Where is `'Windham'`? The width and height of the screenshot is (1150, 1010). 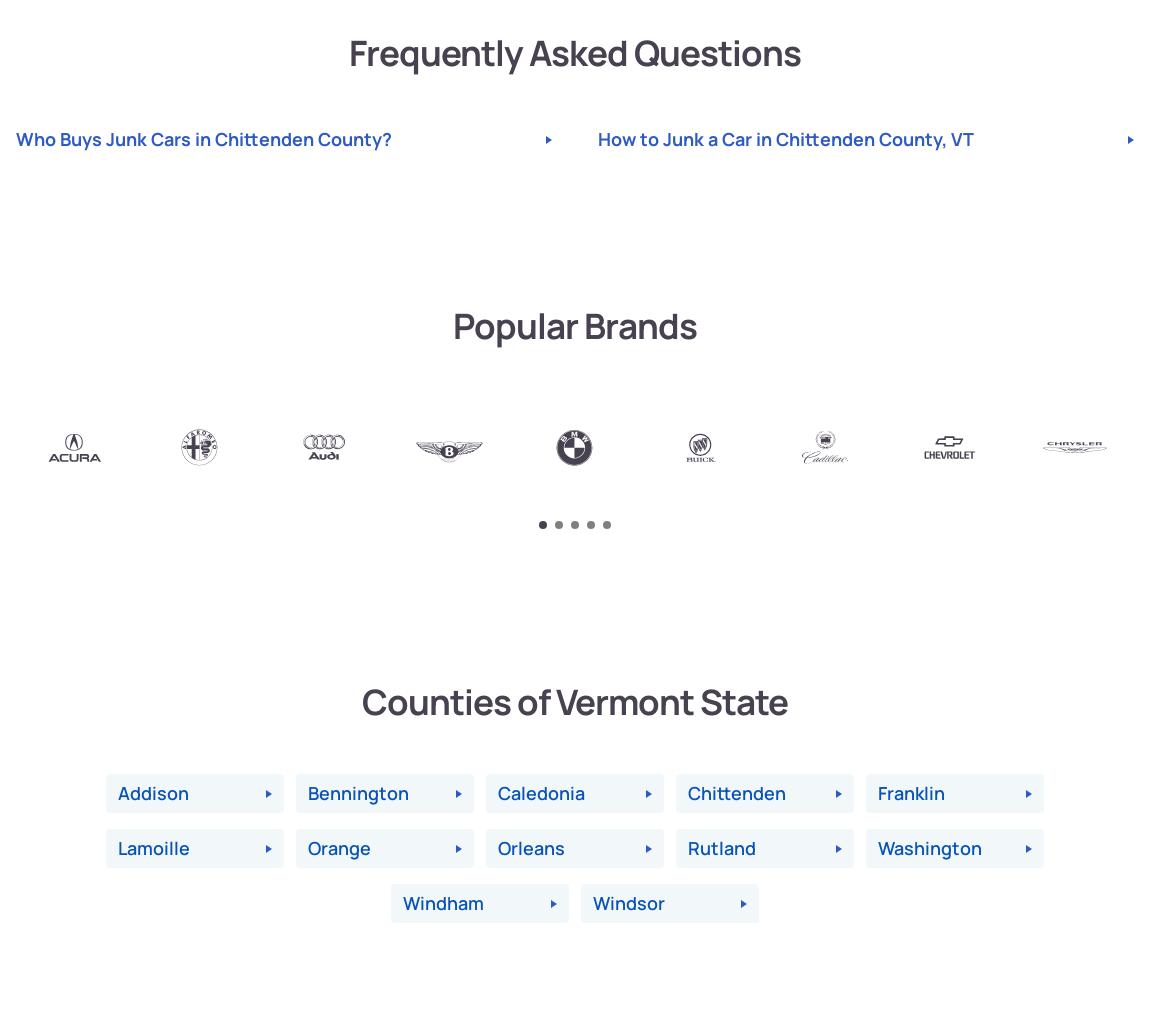
'Windham' is located at coordinates (443, 903).